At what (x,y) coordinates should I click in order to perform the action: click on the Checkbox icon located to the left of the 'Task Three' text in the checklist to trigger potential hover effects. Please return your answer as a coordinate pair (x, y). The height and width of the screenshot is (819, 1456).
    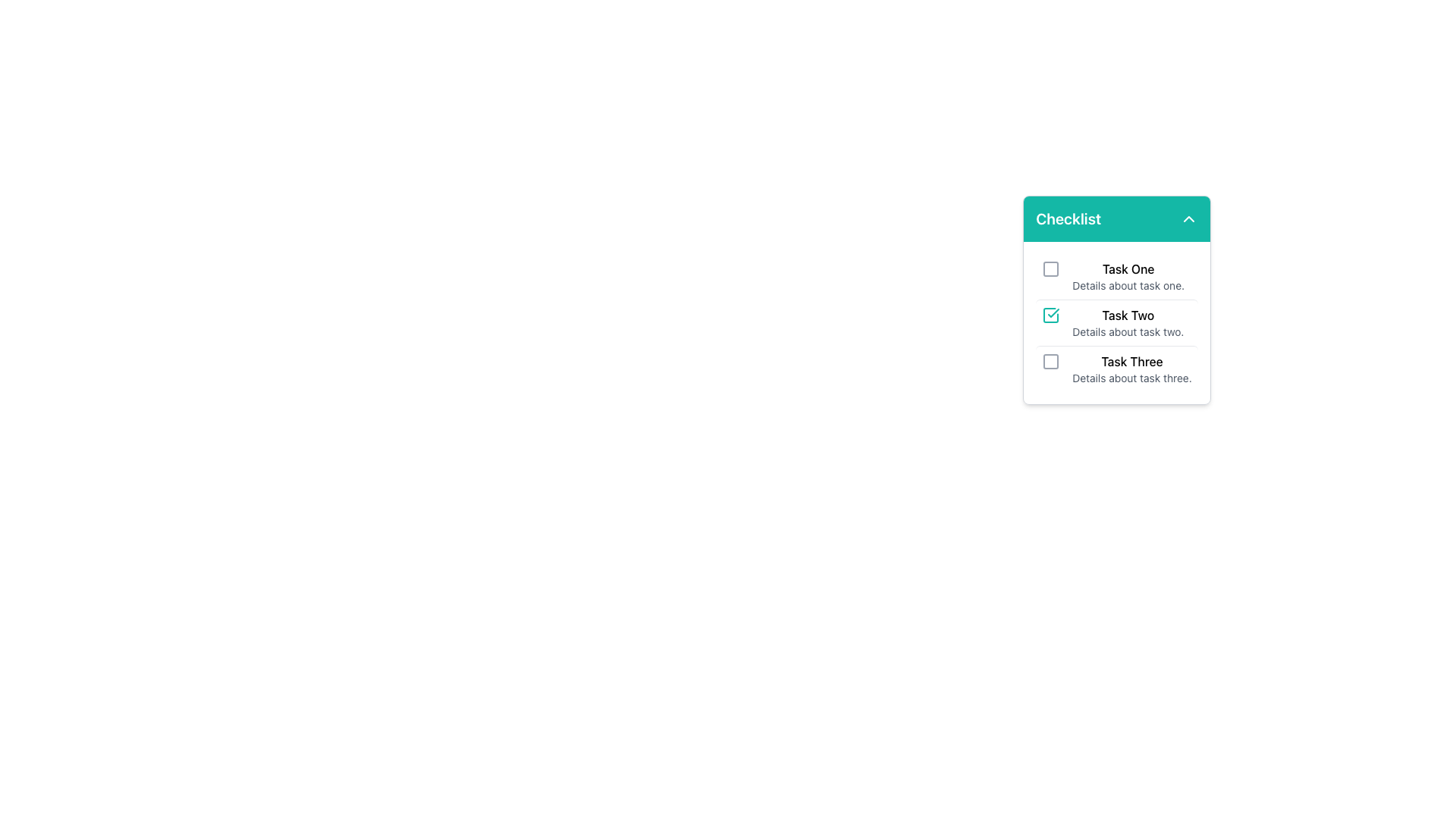
    Looking at the image, I should click on (1050, 362).